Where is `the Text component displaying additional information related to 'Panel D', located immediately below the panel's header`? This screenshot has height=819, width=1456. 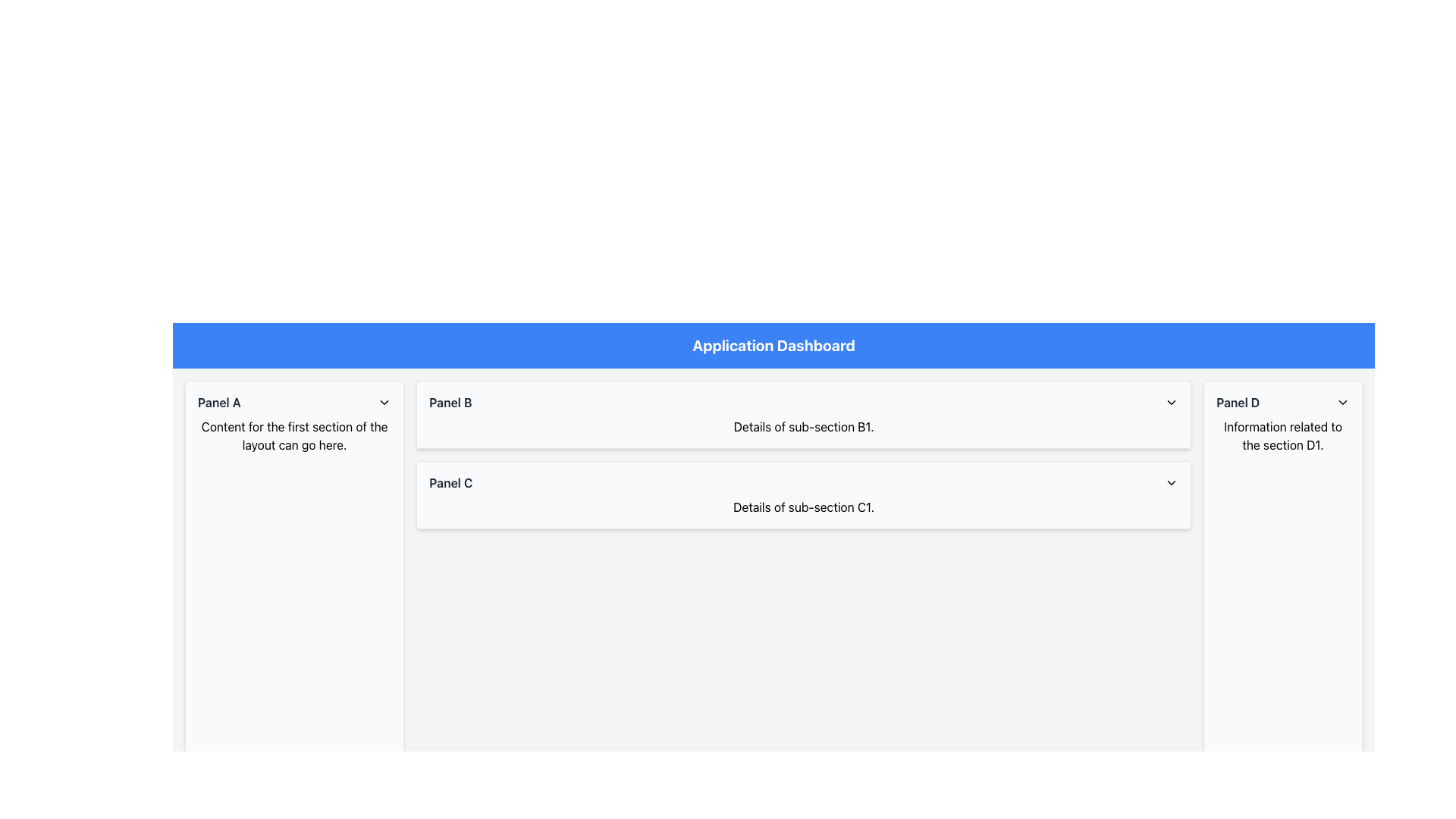 the Text component displaying additional information related to 'Panel D', located immediately below the panel's header is located at coordinates (1282, 435).